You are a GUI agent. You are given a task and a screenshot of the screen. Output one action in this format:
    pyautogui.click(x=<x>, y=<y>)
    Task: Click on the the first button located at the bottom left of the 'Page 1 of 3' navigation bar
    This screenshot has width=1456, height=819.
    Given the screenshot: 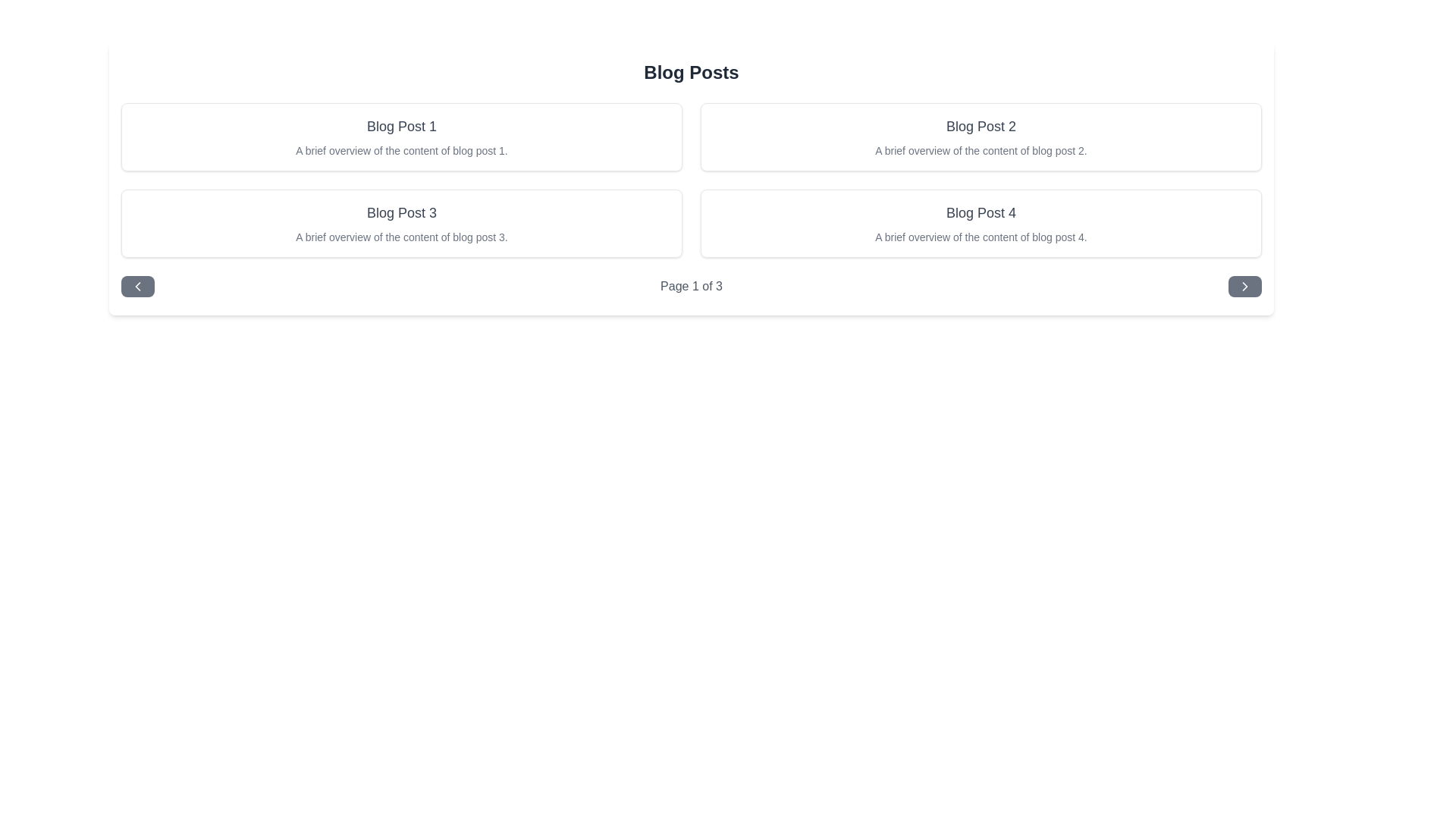 What is the action you would take?
    pyautogui.click(x=138, y=287)
    